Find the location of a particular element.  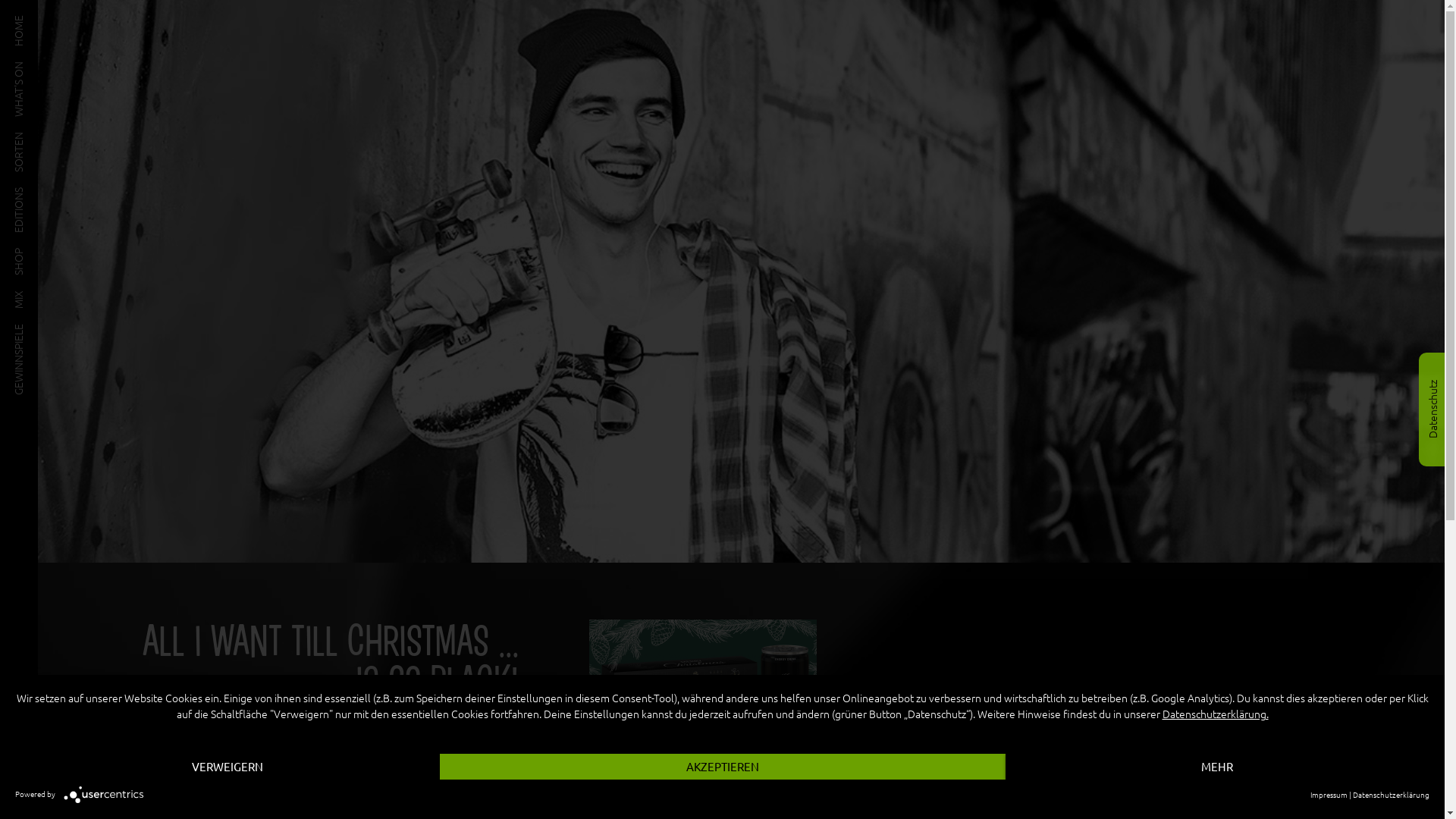

'MEHR' is located at coordinates (1218, 767).